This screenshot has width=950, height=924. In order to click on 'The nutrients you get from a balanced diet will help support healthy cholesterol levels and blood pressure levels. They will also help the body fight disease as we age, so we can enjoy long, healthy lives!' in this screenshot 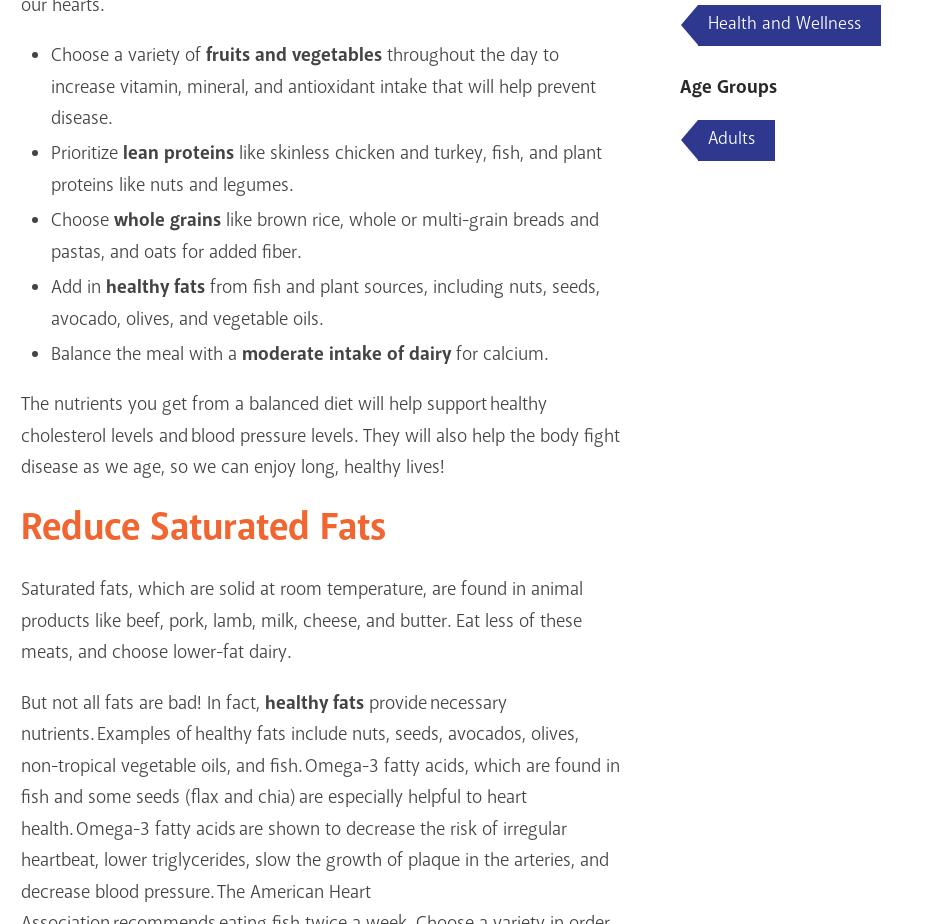, I will do `click(319, 436)`.